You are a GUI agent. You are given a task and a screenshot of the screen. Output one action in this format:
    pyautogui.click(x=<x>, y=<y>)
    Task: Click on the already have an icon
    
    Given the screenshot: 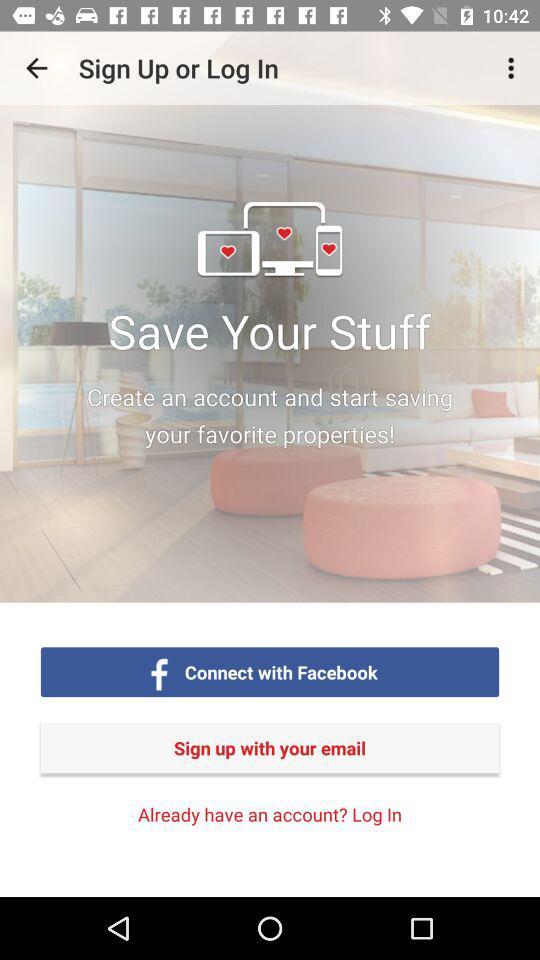 What is the action you would take?
    pyautogui.click(x=270, y=814)
    